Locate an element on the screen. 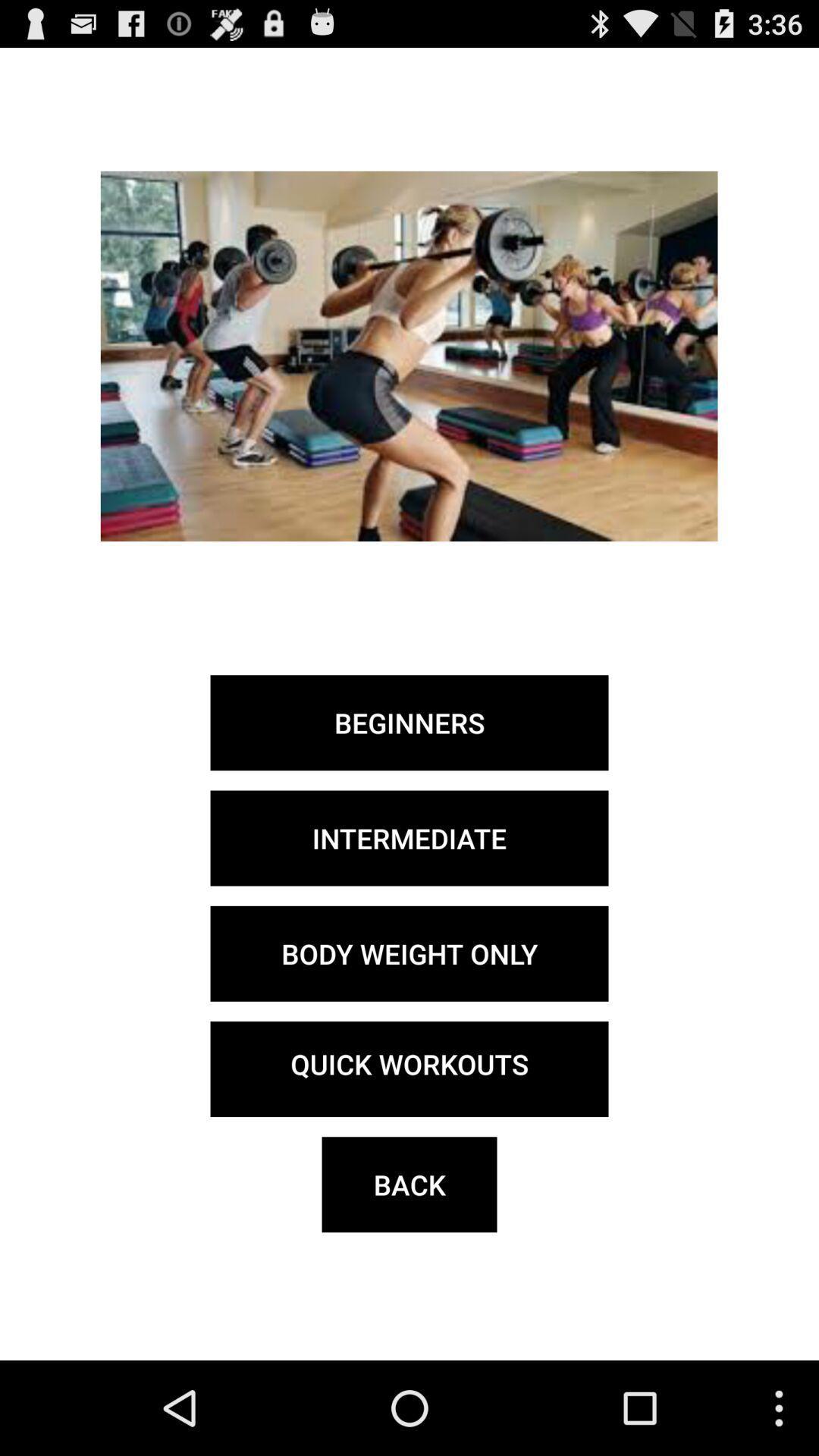 This screenshot has height=1456, width=819. the icon above back icon is located at coordinates (409, 1068).